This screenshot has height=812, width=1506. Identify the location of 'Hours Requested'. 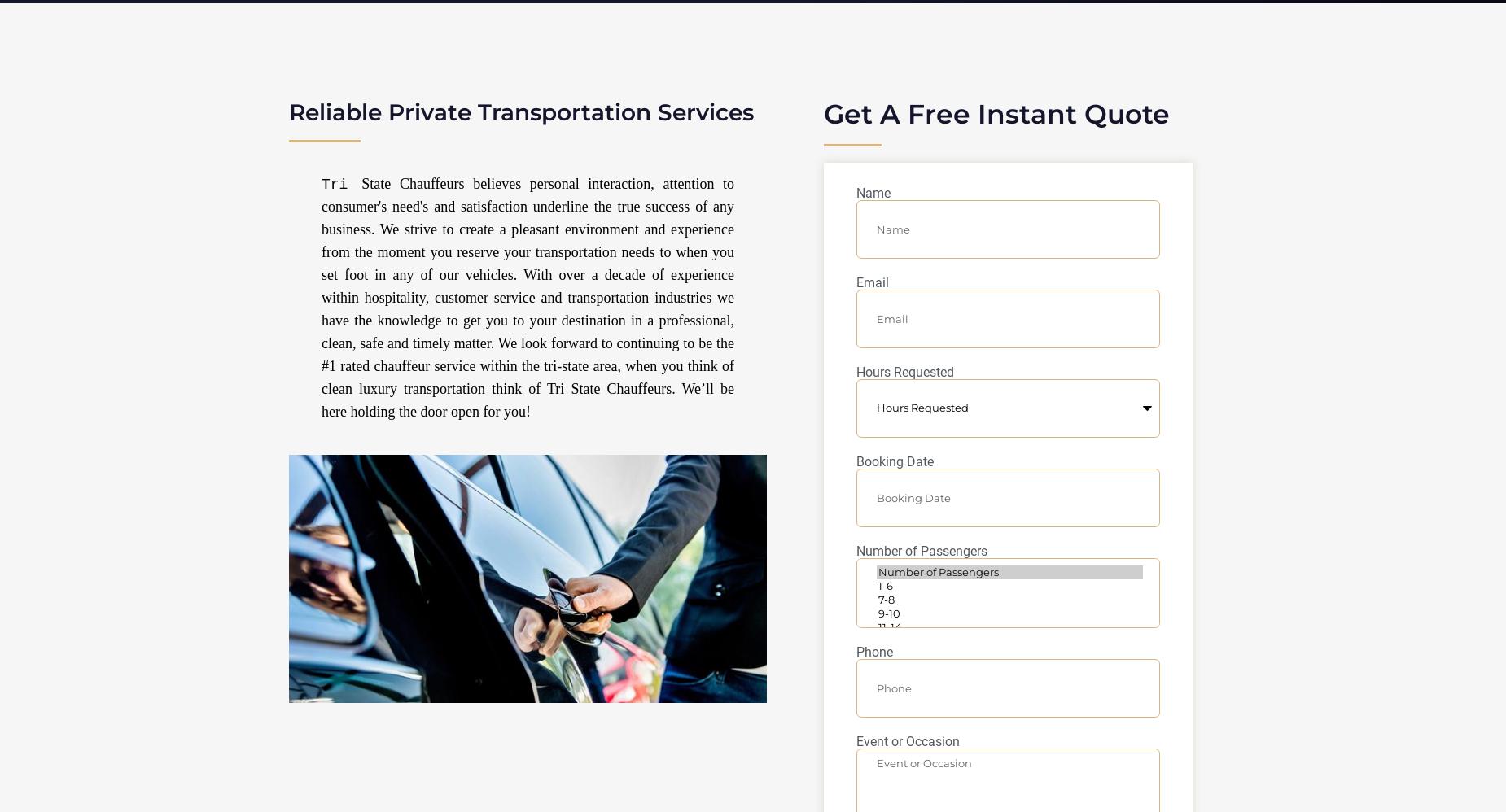
(904, 371).